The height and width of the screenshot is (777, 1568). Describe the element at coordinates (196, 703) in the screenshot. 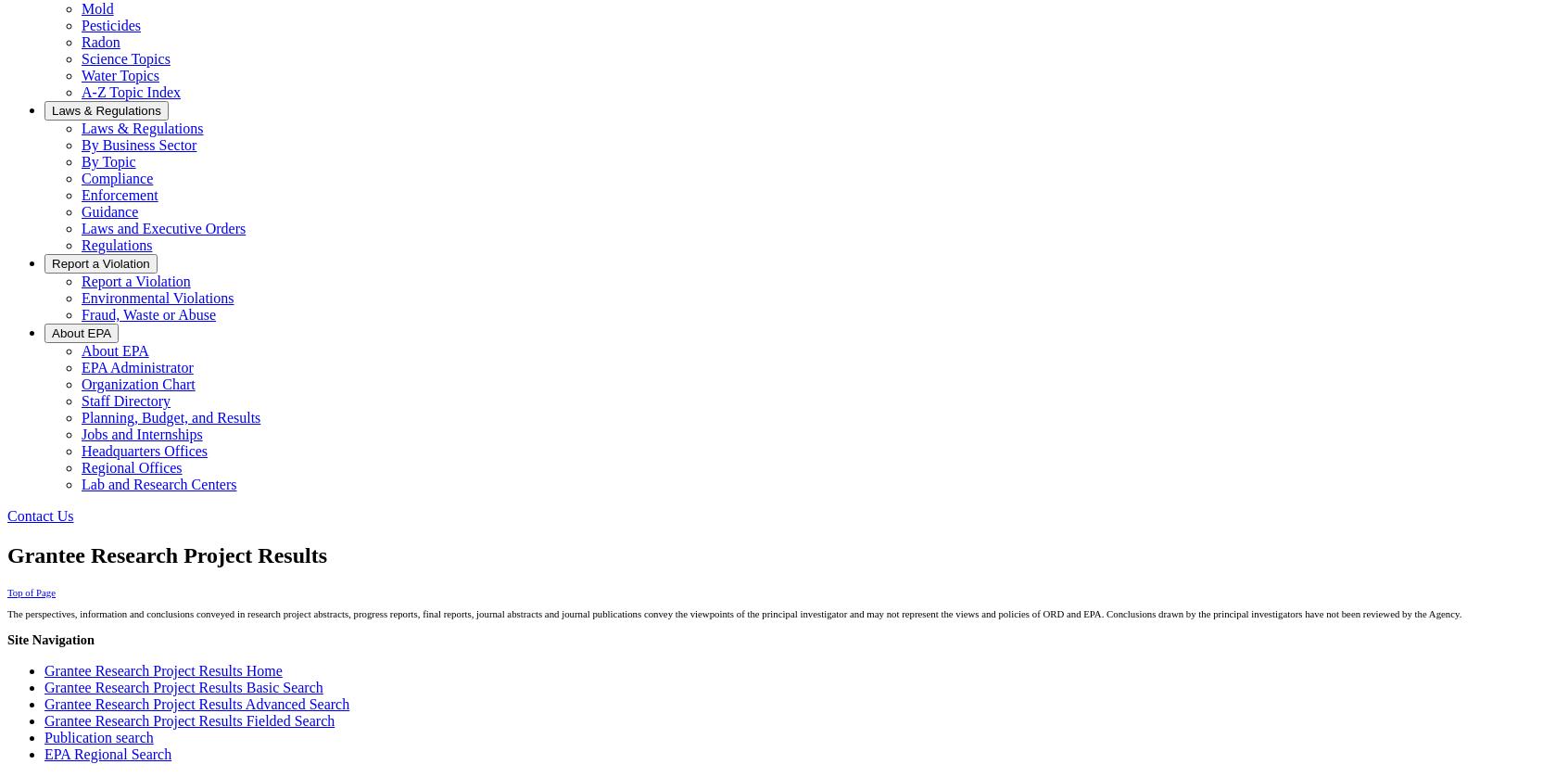

I see `'Grantee Research Project Results Advanced Search'` at that location.